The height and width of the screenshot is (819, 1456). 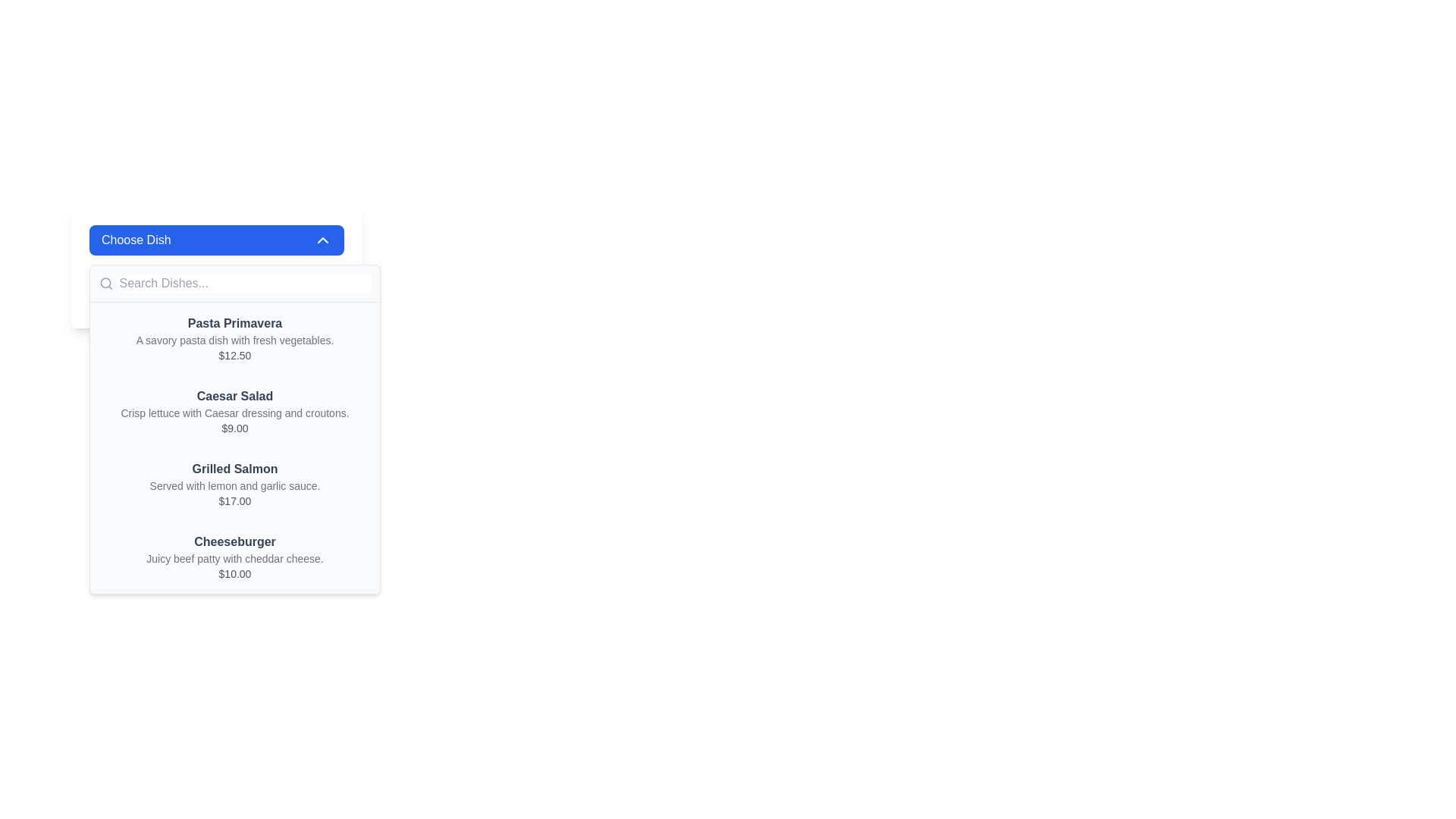 What do you see at coordinates (234, 573) in the screenshot?
I see `the text label displaying '$10.00' located below the Cheeseburger title and description` at bounding box center [234, 573].